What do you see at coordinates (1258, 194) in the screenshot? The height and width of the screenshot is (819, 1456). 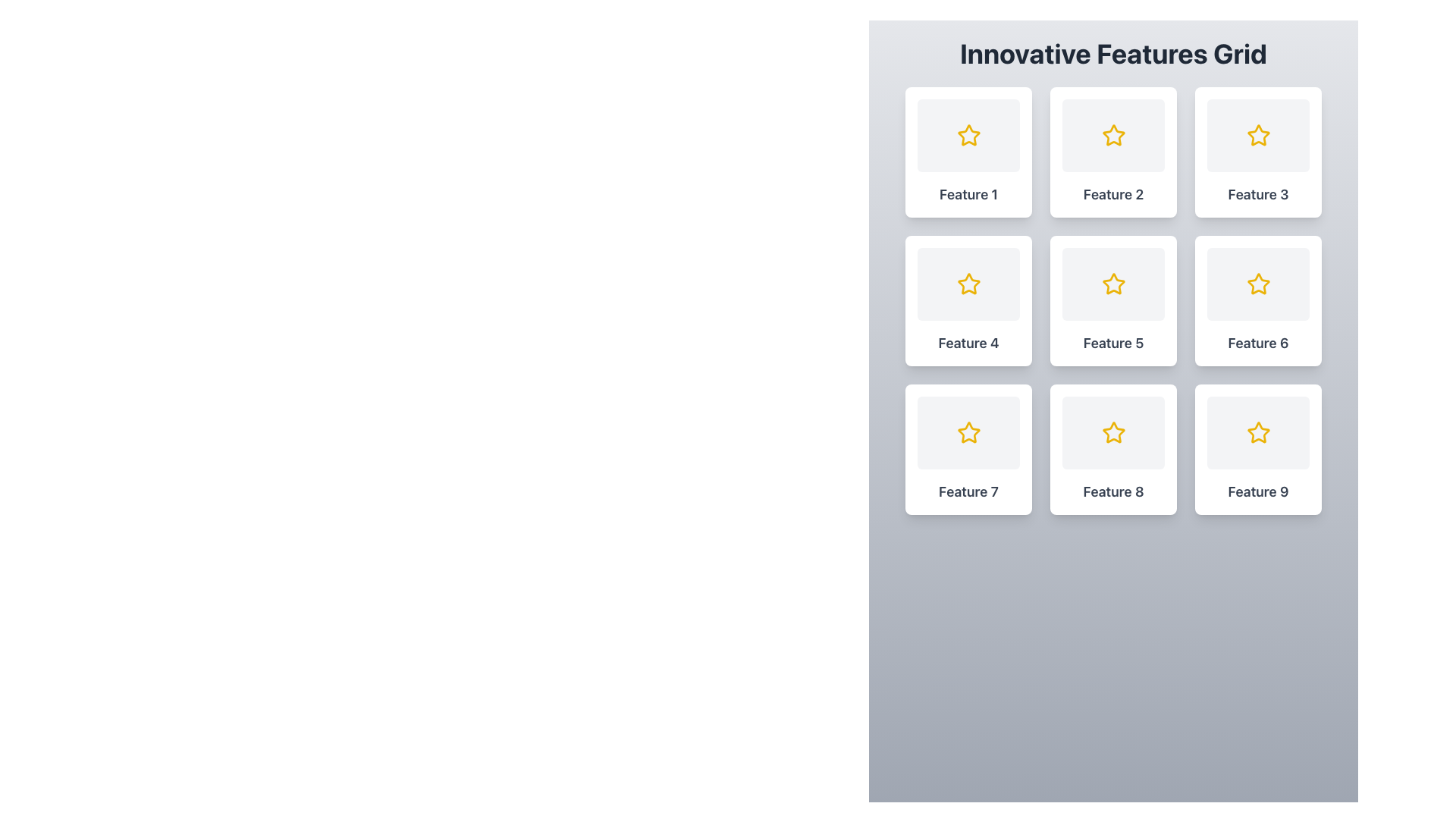 I see `the text label that identifies the feature in the bottom of the third panel located in the top-right corner of the grid layout` at bounding box center [1258, 194].